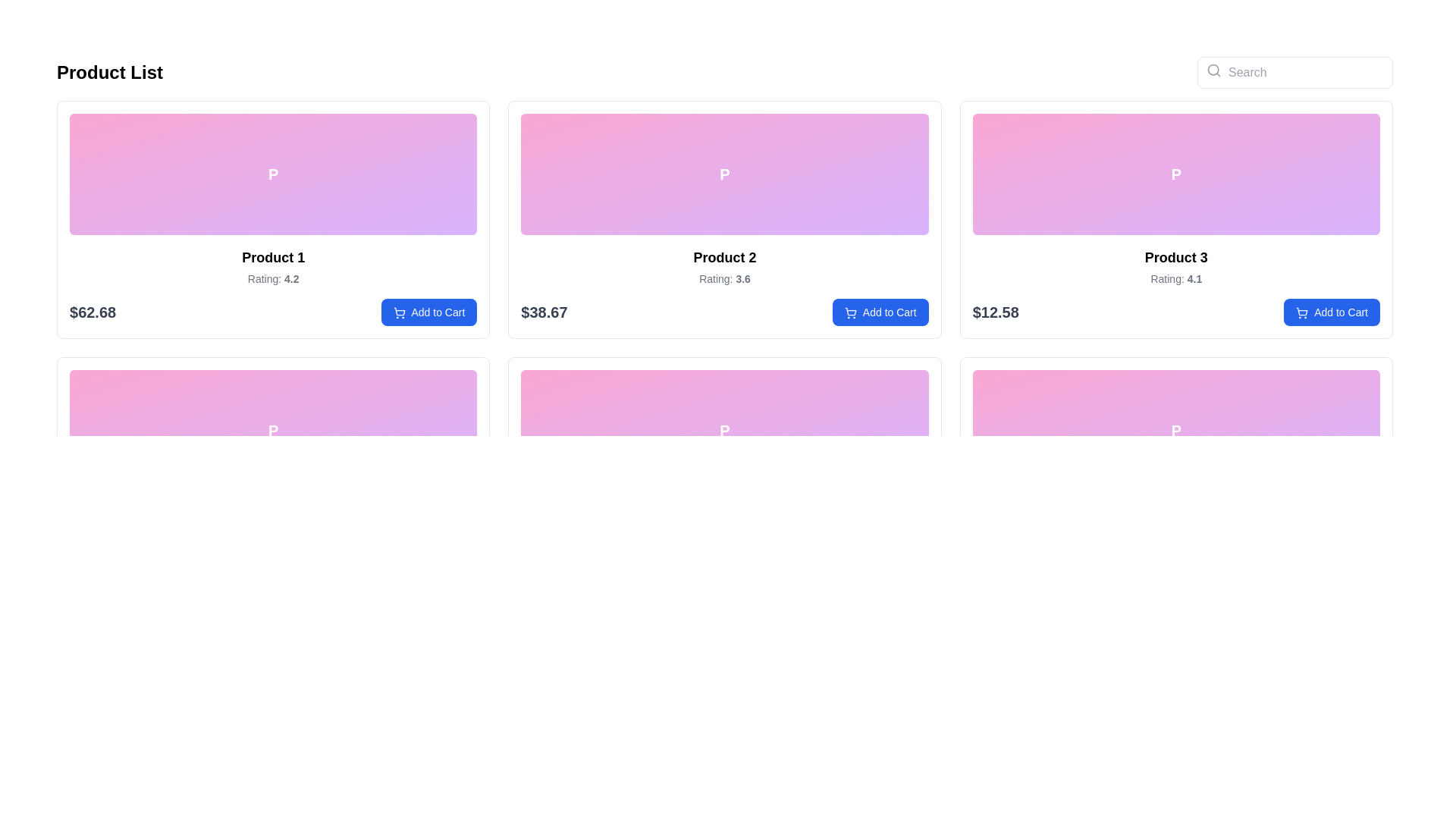 The width and height of the screenshot is (1456, 819). I want to click on the central circle of the magnifying glass icon located at the top right corner of the interface, so click(1213, 70).